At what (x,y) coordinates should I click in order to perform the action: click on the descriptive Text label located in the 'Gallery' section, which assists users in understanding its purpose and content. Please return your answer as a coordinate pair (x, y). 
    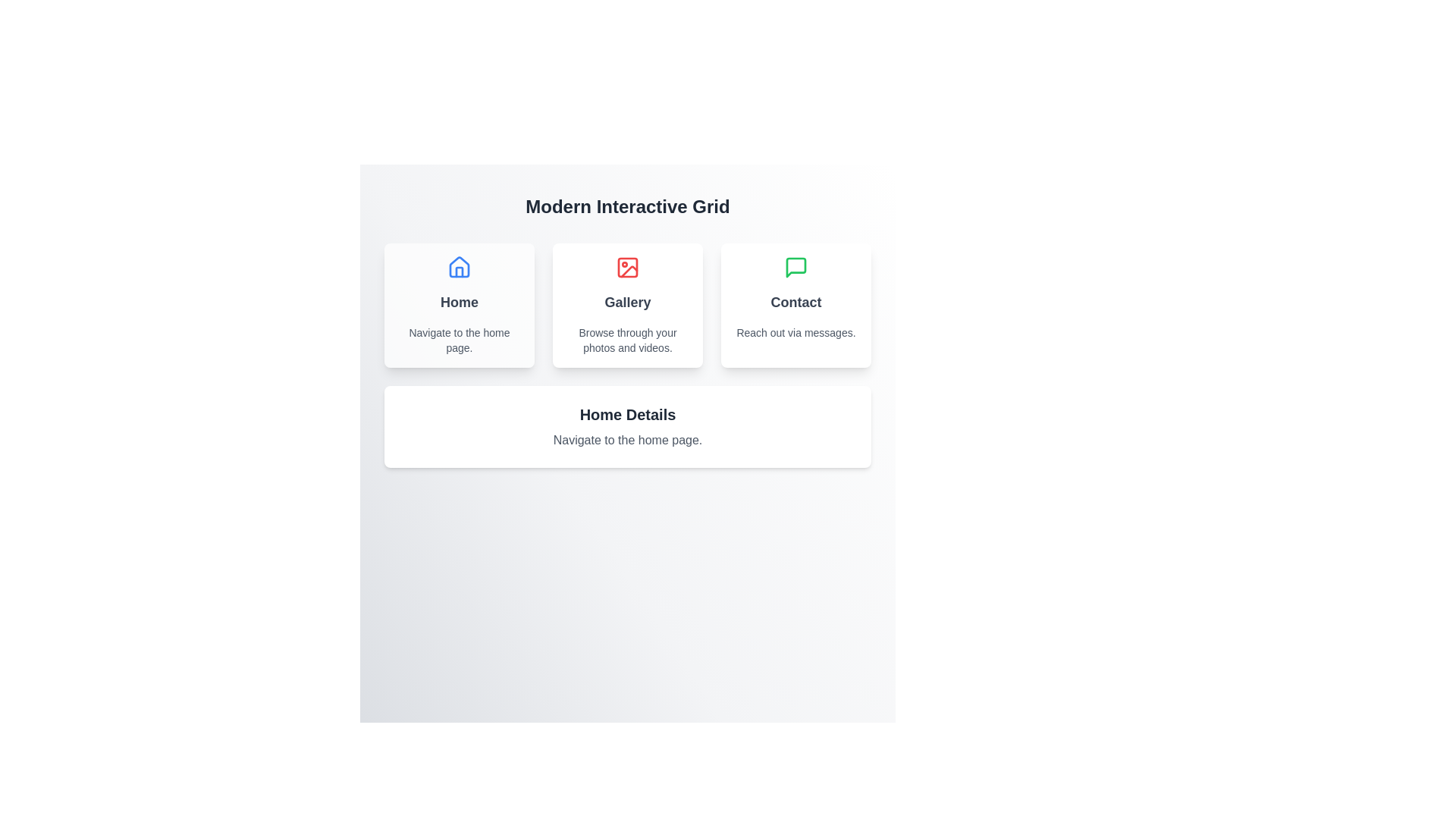
    Looking at the image, I should click on (628, 339).